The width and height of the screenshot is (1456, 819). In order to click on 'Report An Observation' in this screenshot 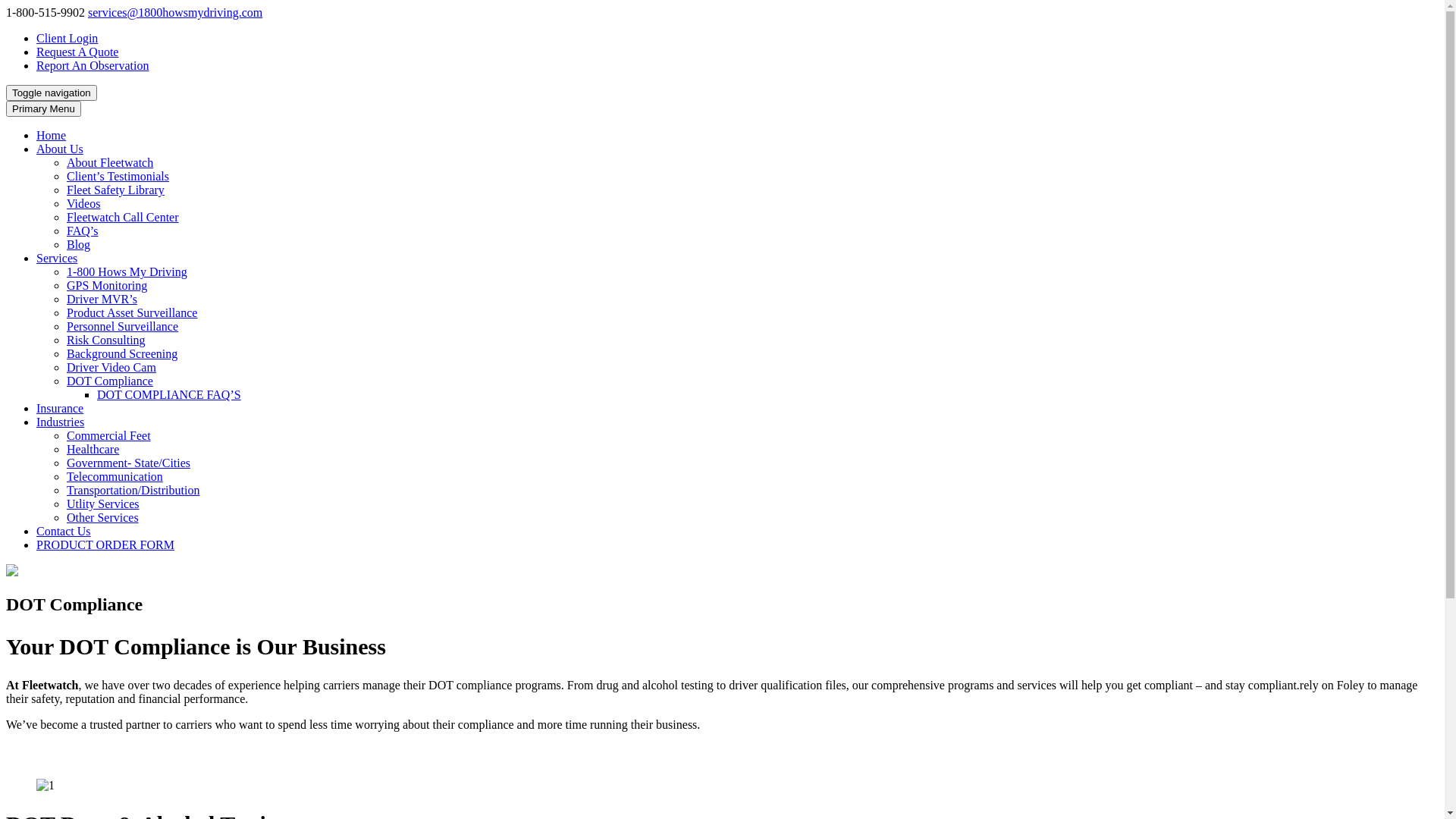, I will do `click(91, 64)`.